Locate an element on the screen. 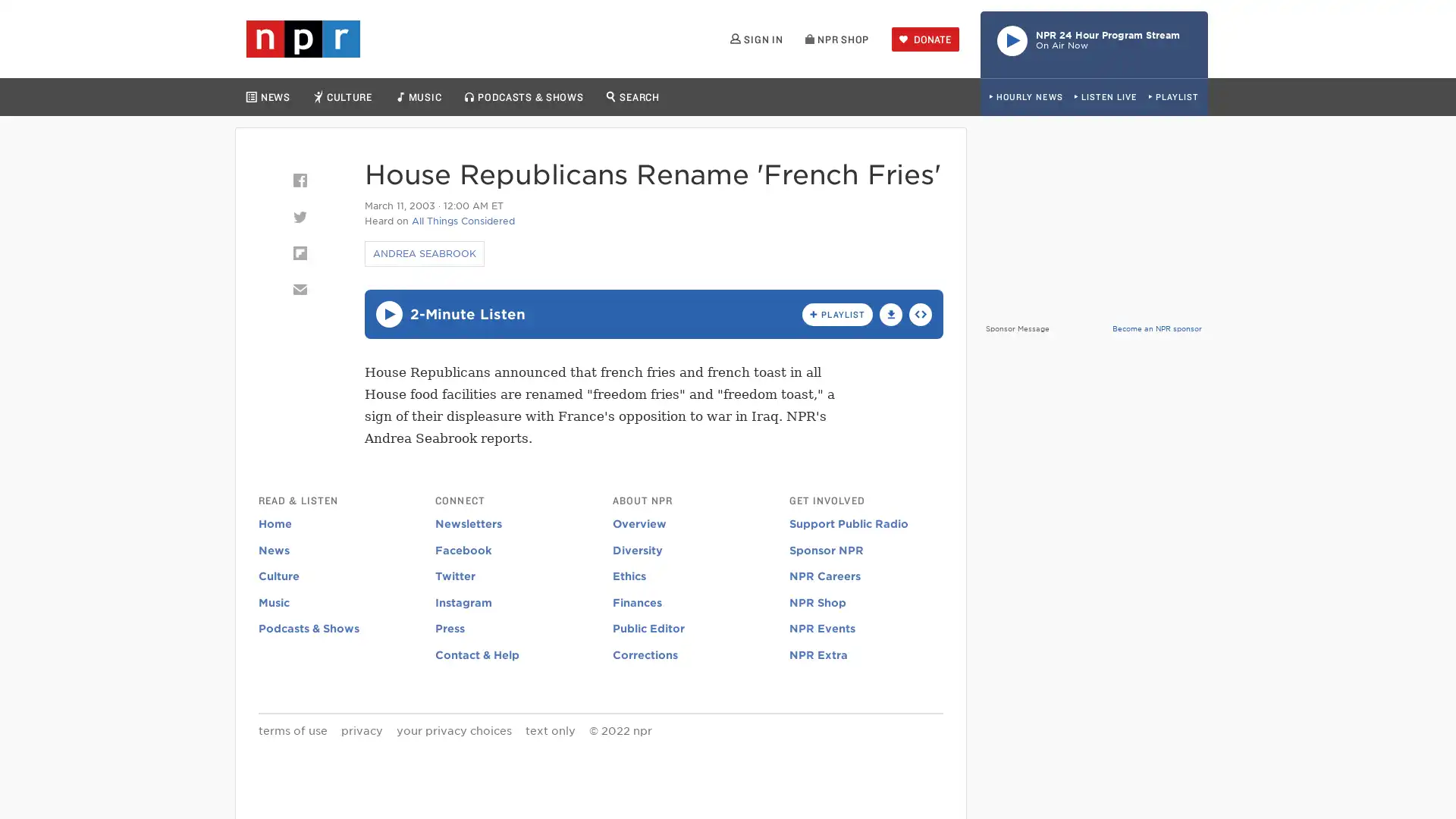 This screenshot has height=819, width=1456. LISTEN LIVE is located at coordinates (1105, 97).